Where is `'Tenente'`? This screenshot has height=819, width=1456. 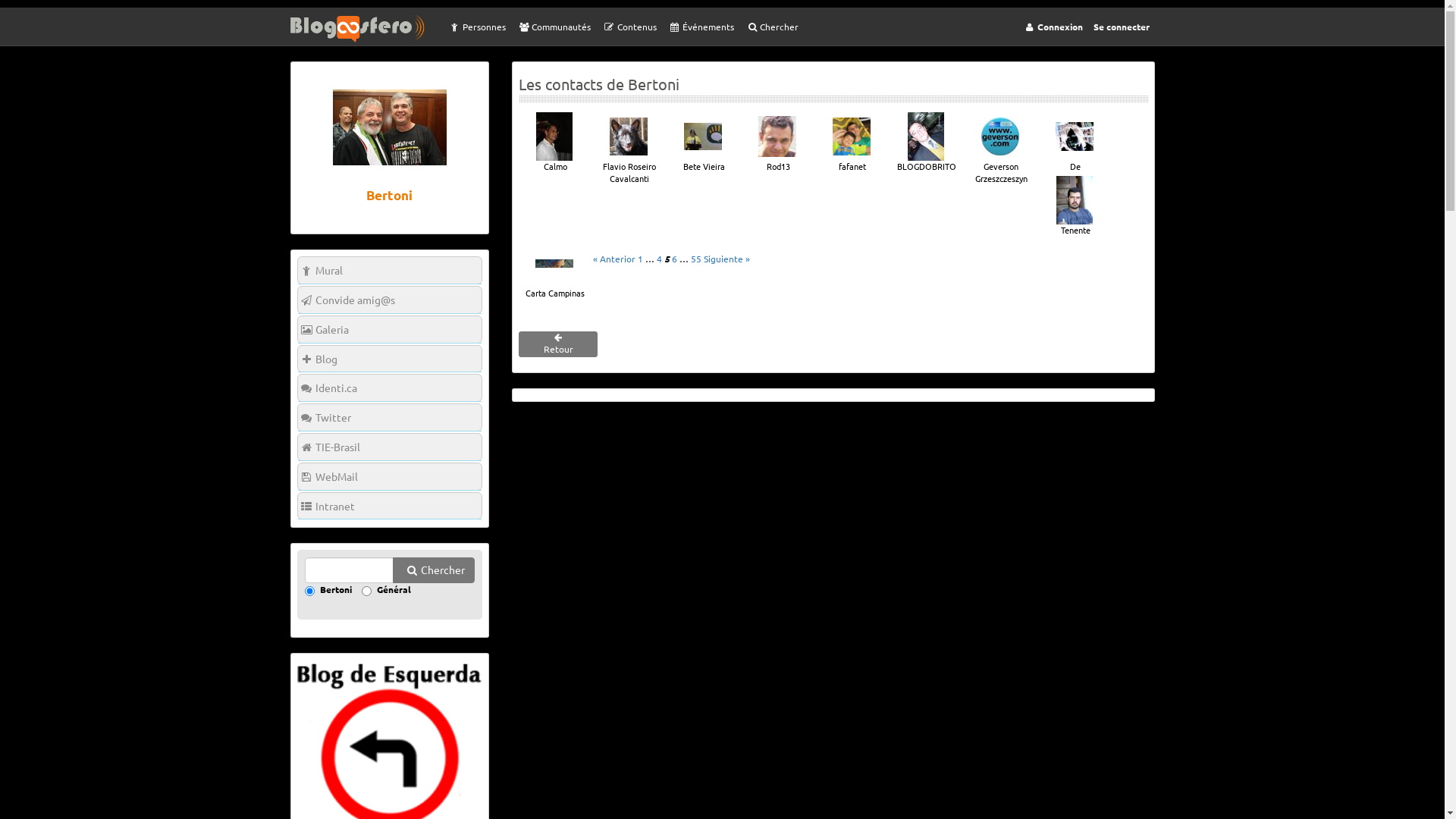
'Tenente' is located at coordinates (1039, 206).